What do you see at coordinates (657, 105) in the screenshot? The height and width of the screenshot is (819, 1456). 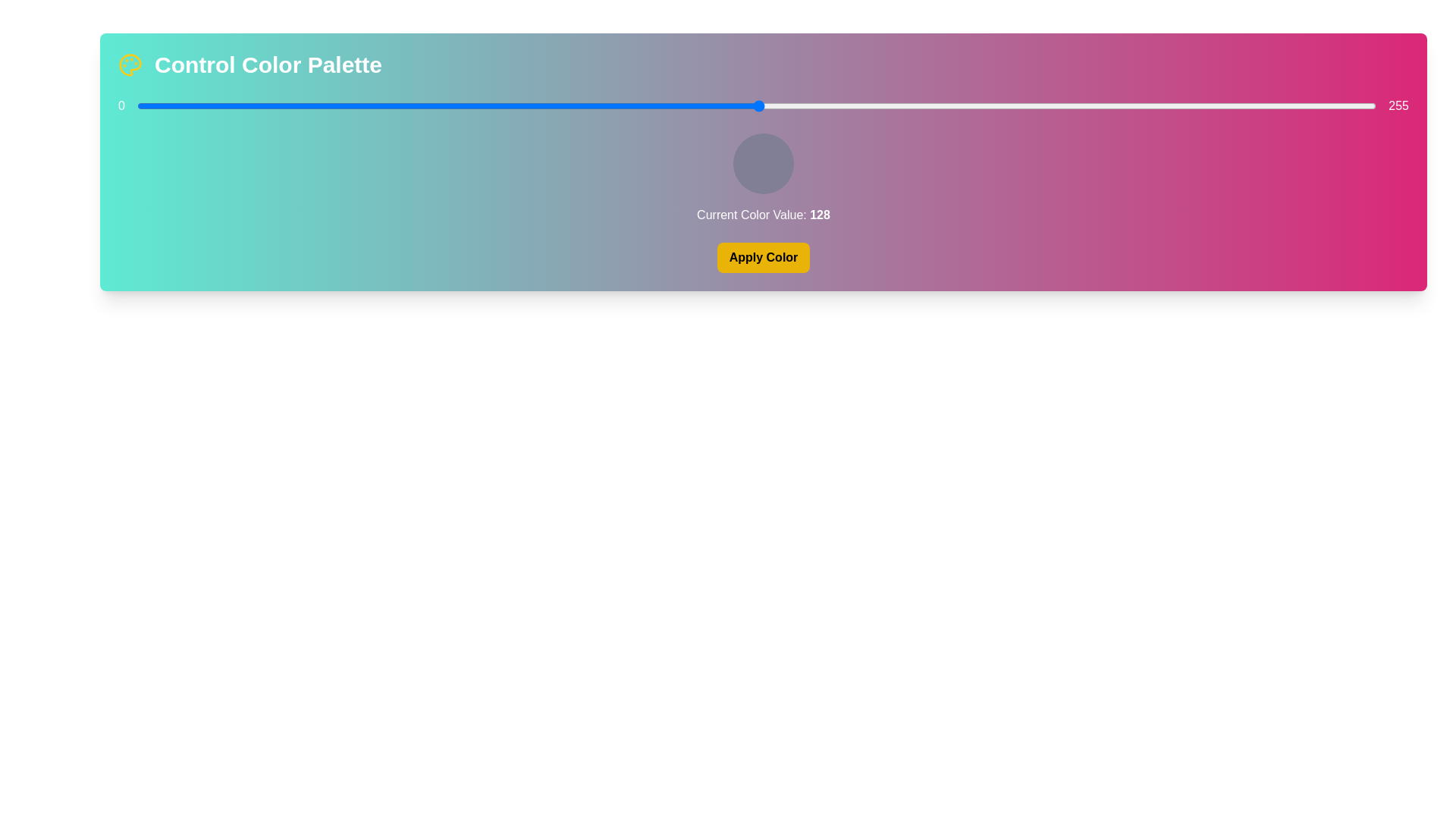 I see `the color slider to set the color value to 107` at bounding box center [657, 105].